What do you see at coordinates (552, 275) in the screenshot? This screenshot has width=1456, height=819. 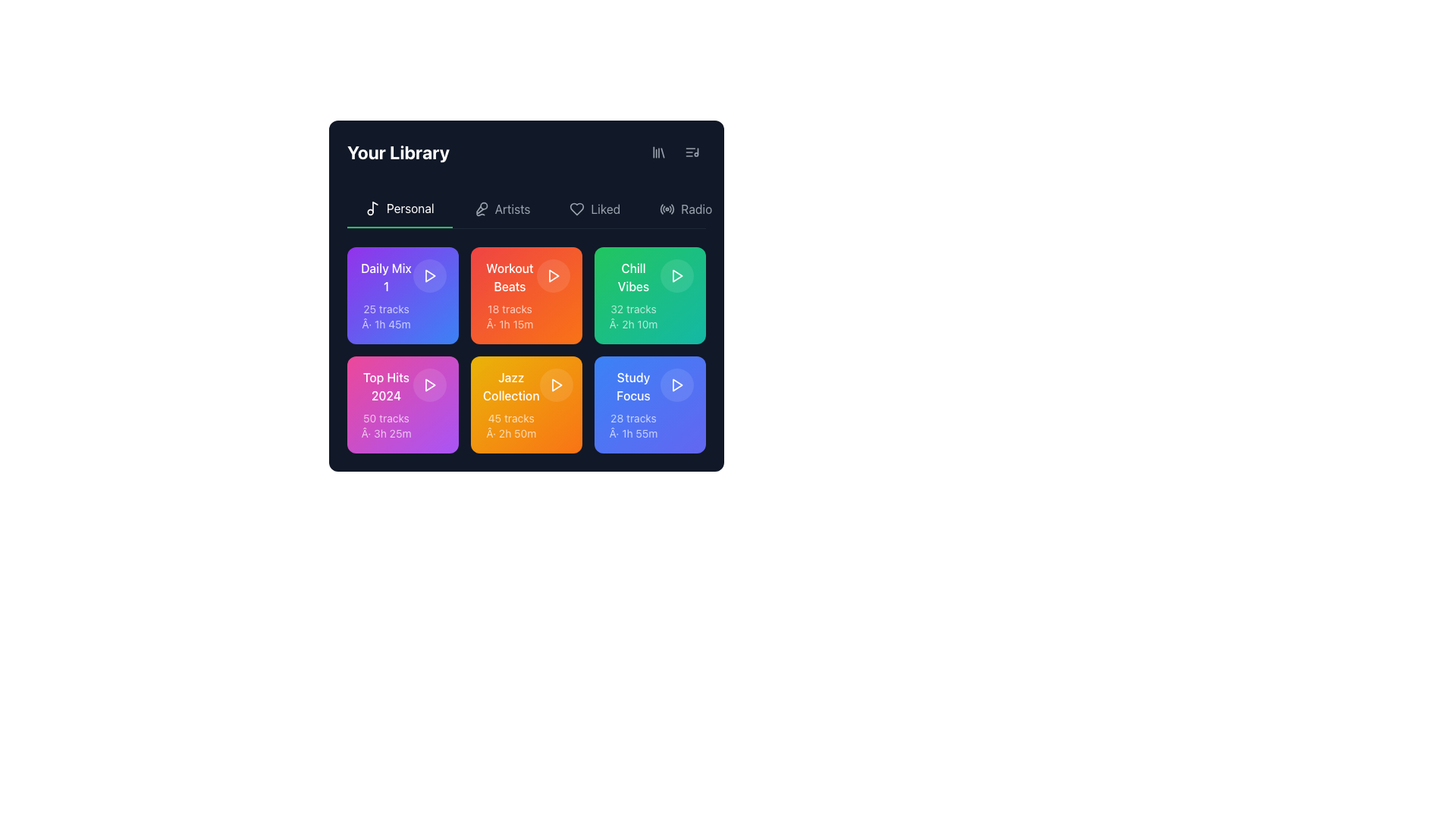 I see `the play button icon located in the second block from the left in the second row of the grid layout` at bounding box center [552, 275].